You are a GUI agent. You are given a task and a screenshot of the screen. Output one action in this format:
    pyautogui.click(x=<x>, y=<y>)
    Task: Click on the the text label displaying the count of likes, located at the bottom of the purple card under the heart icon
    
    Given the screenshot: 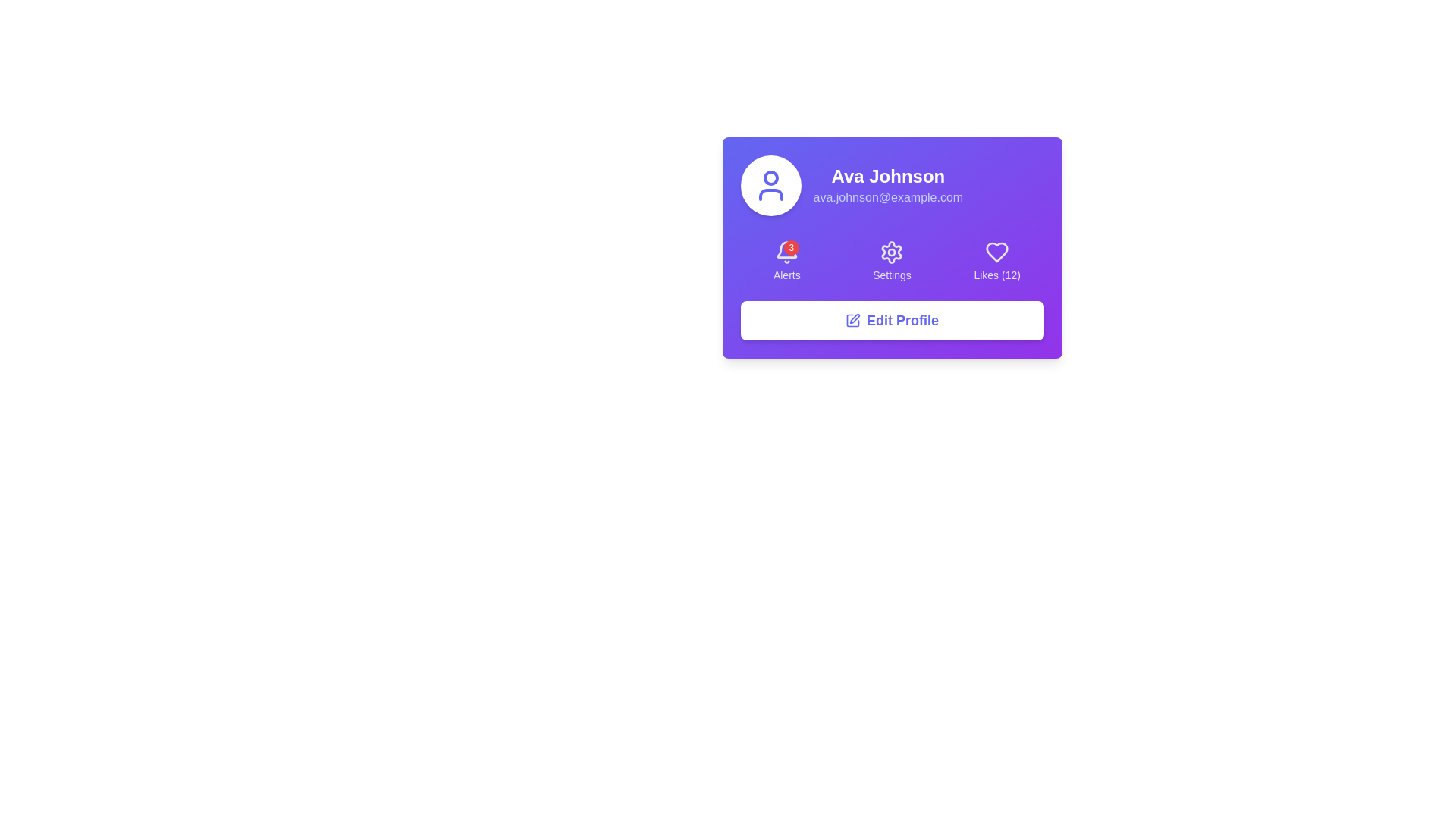 What is the action you would take?
    pyautogui.click(x=997, y=275)
    